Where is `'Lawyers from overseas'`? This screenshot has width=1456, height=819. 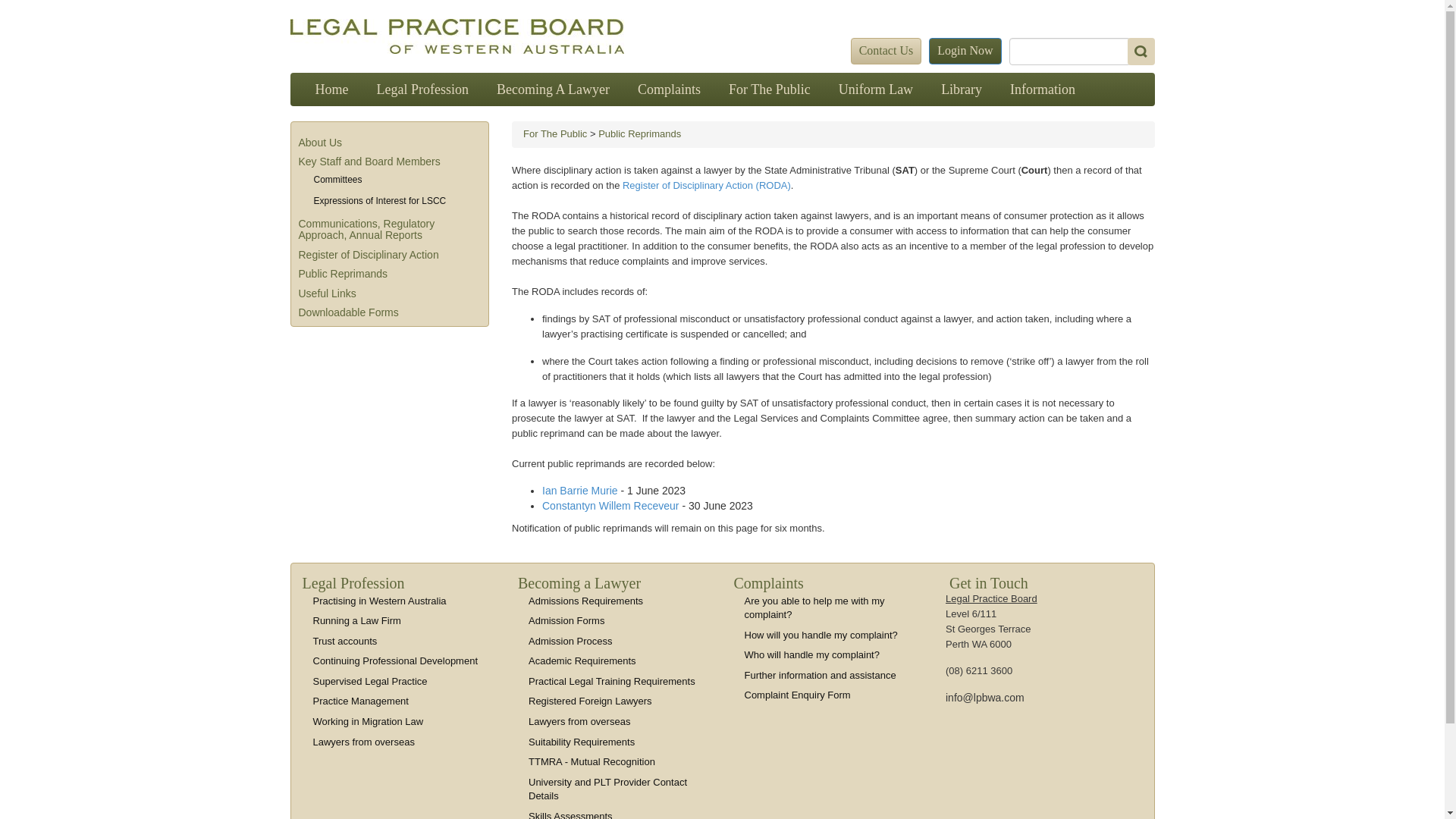 'Lawyers from overseas' is located at coordinates (578, 720).